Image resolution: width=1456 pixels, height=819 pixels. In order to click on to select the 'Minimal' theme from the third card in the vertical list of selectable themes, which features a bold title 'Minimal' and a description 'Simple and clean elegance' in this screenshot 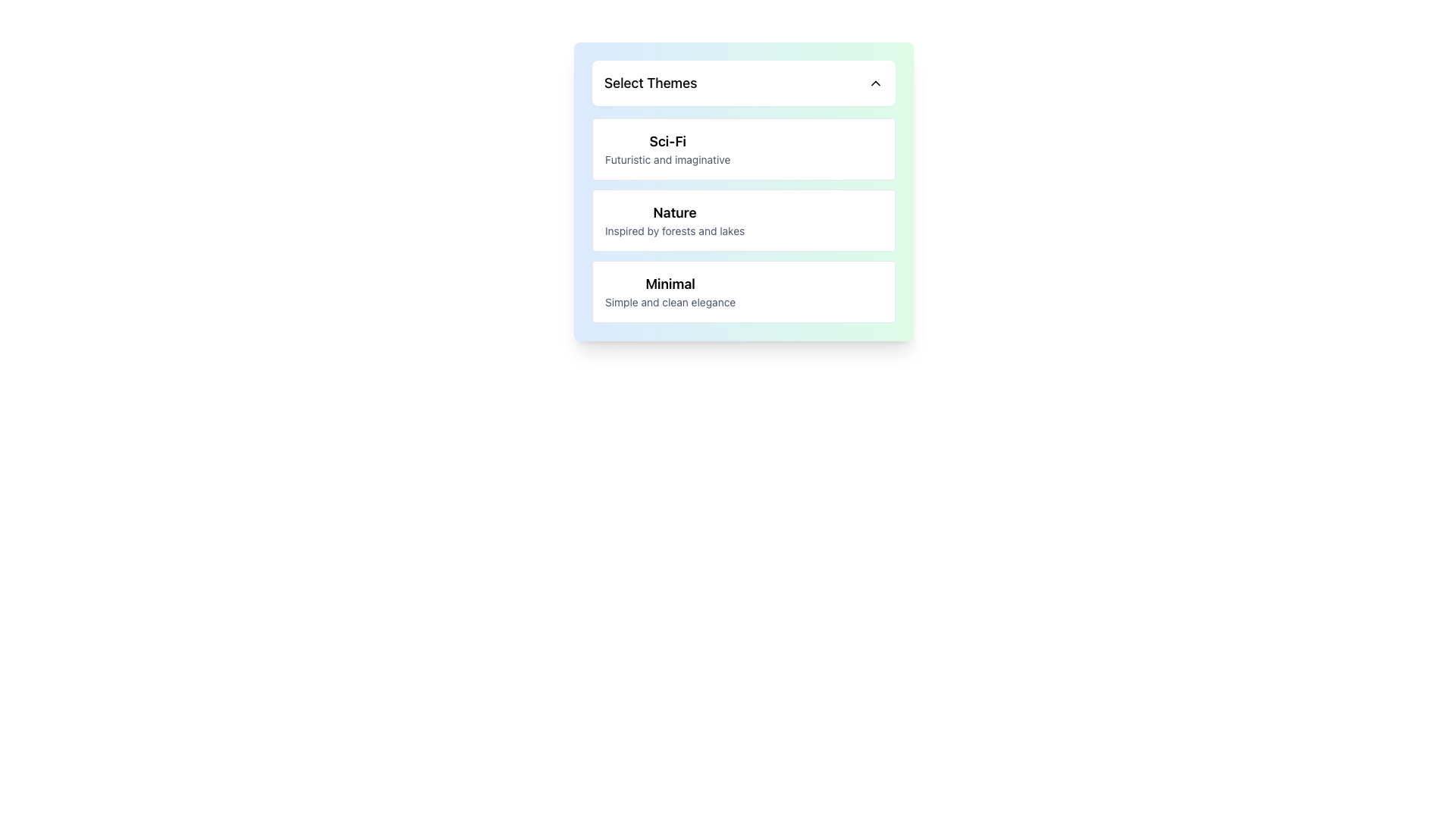, I will do `click(670, 292)`.